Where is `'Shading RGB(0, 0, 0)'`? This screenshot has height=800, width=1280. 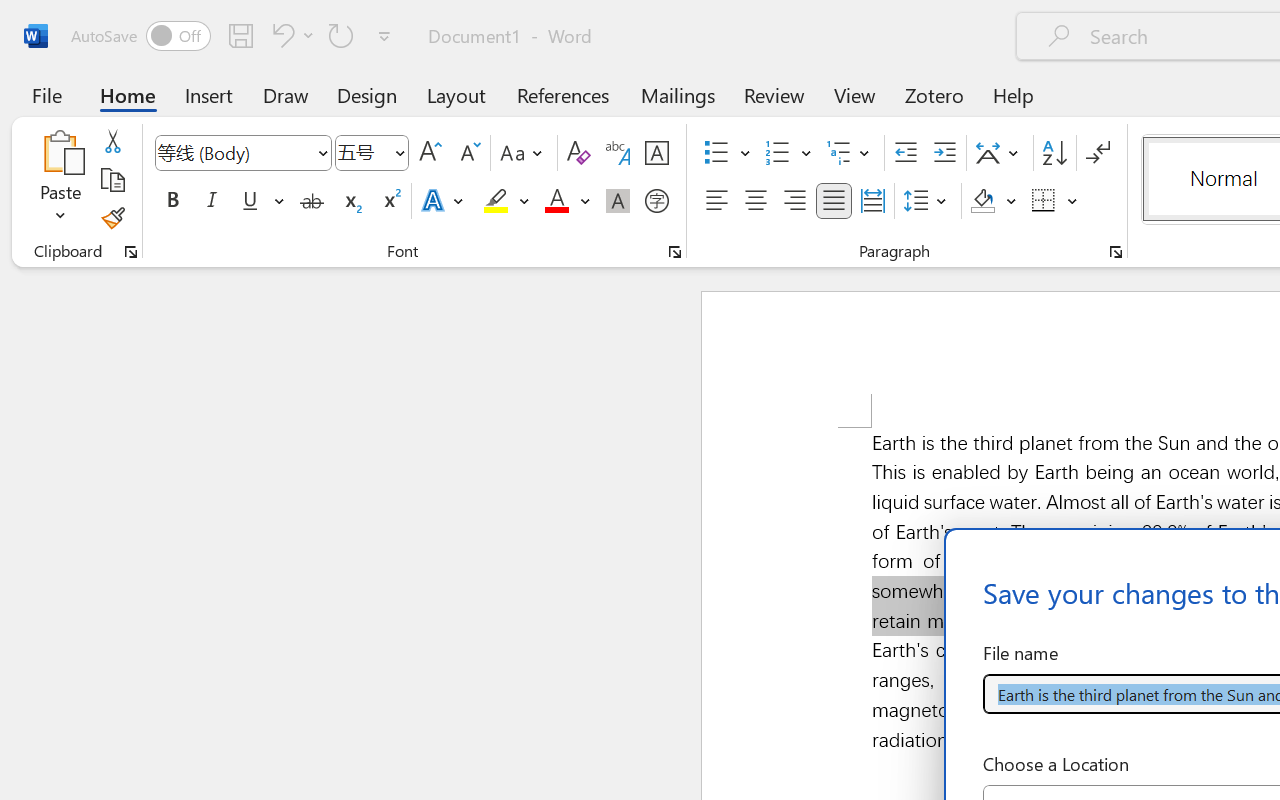 'Shading RGB(0, 0, 0)' is located at coordinates (983, 201).